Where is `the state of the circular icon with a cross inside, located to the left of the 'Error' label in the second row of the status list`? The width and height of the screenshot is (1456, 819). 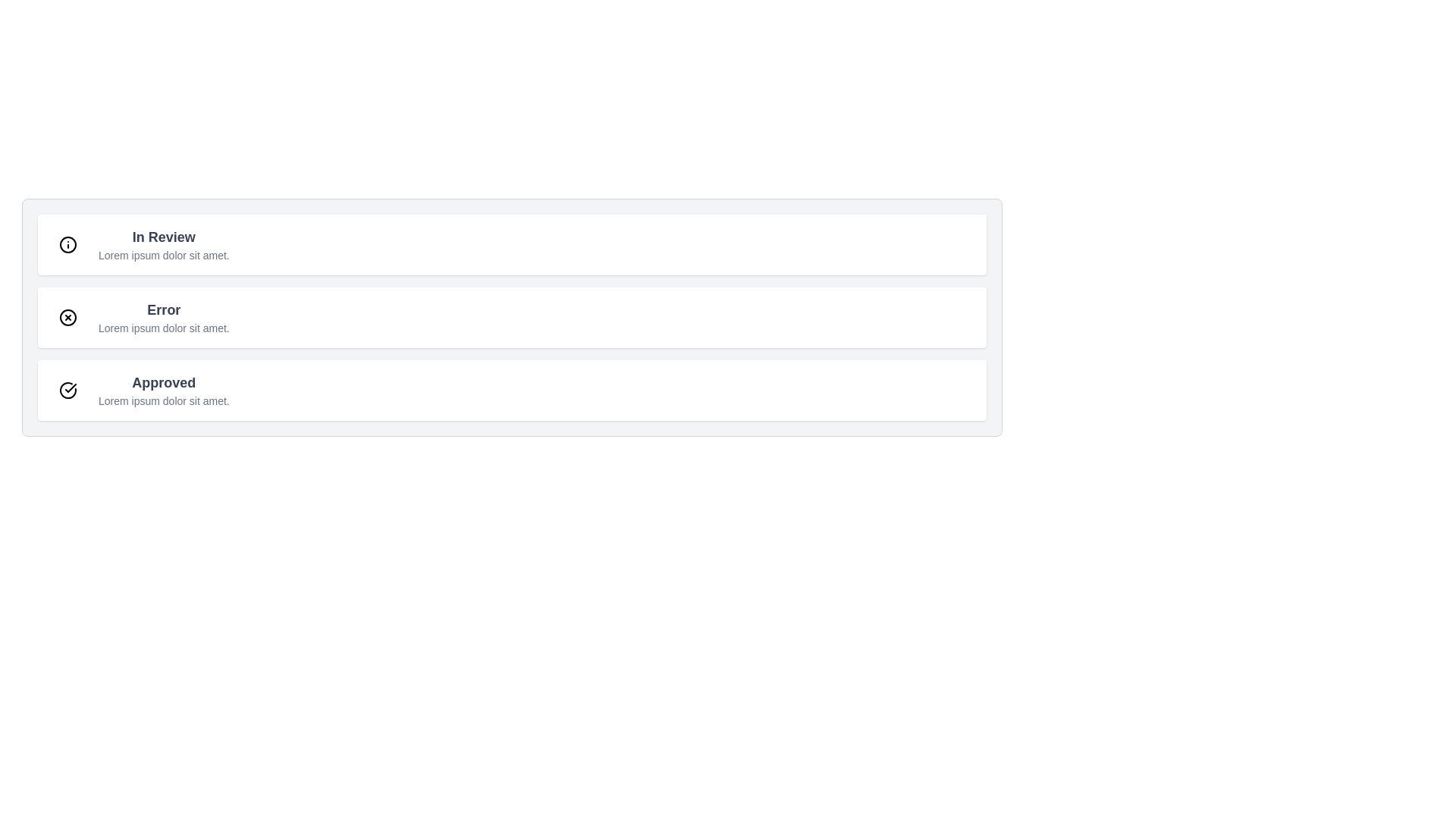 the state of the circular icon with a cross inside, located to the left of the 'Error' label in the second row of the status list is located at coordinates (67, 317).